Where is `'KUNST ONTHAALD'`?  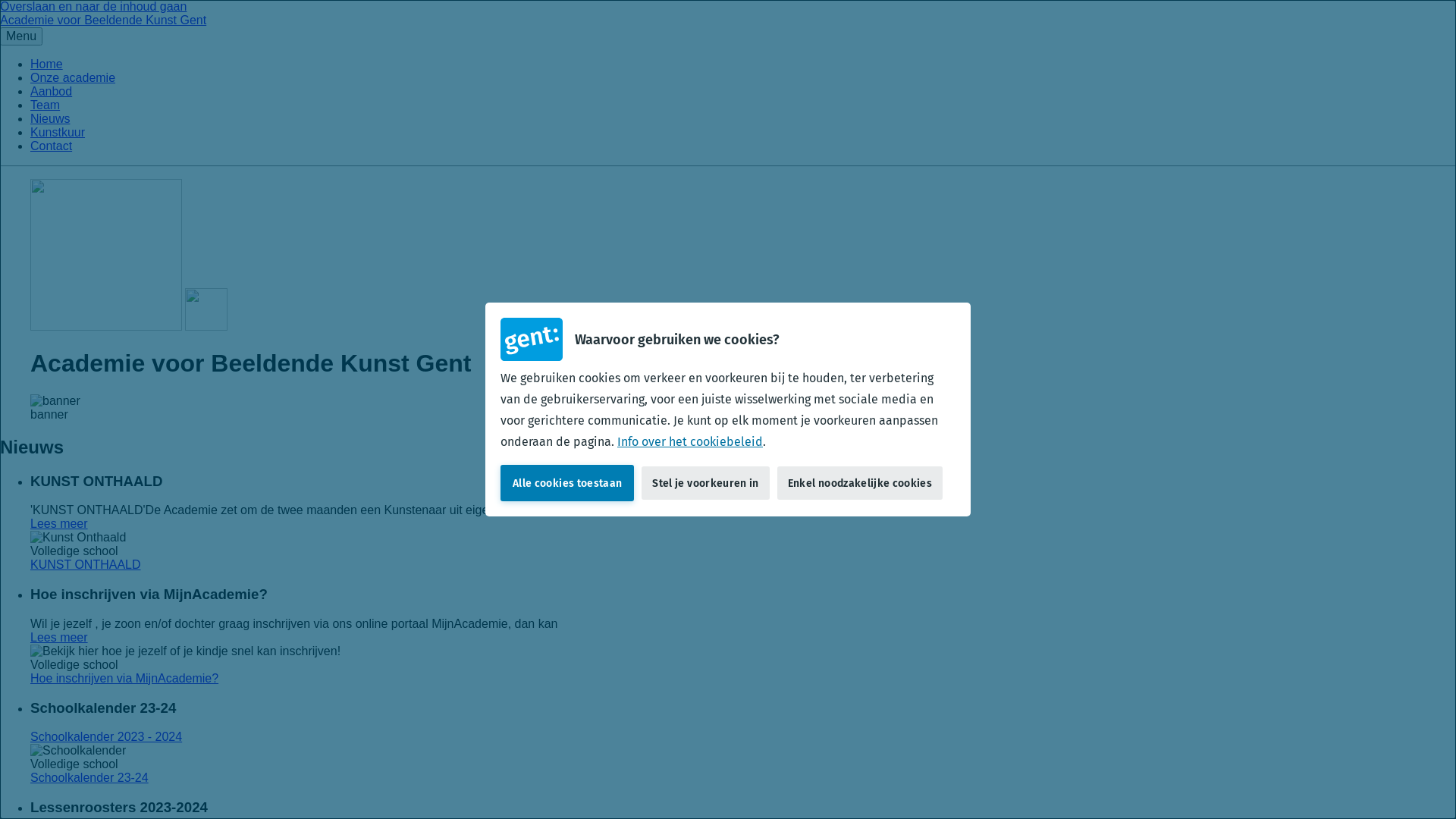
'KUNST ONTHAALD' is located at coordinates (85, 564).